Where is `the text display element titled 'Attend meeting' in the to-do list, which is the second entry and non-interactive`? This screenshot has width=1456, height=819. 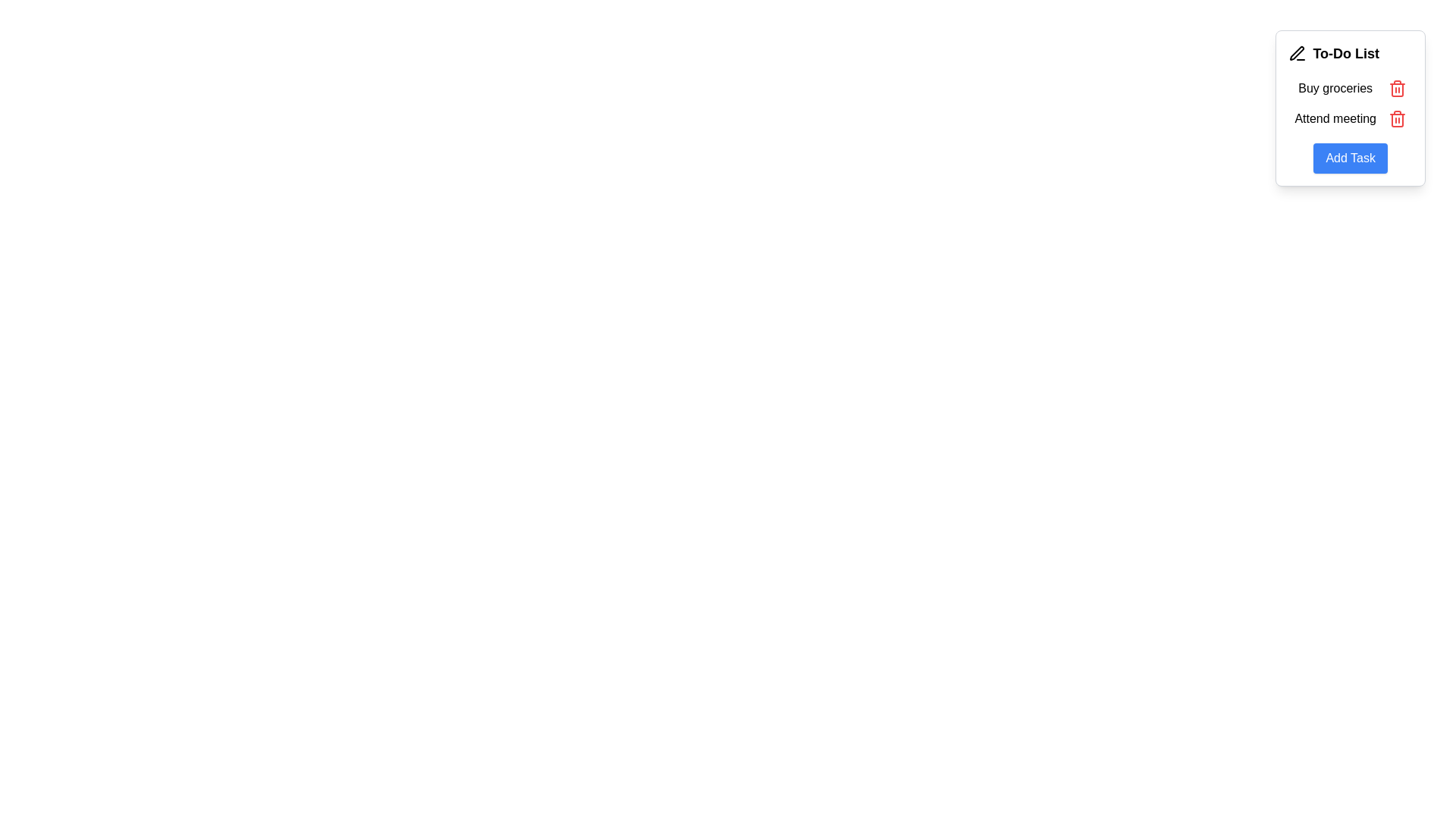
the text display element titled 'Attend meeting' in the to-do list, which is the second entry and non-interactive is located at coordinates (1335, 118).